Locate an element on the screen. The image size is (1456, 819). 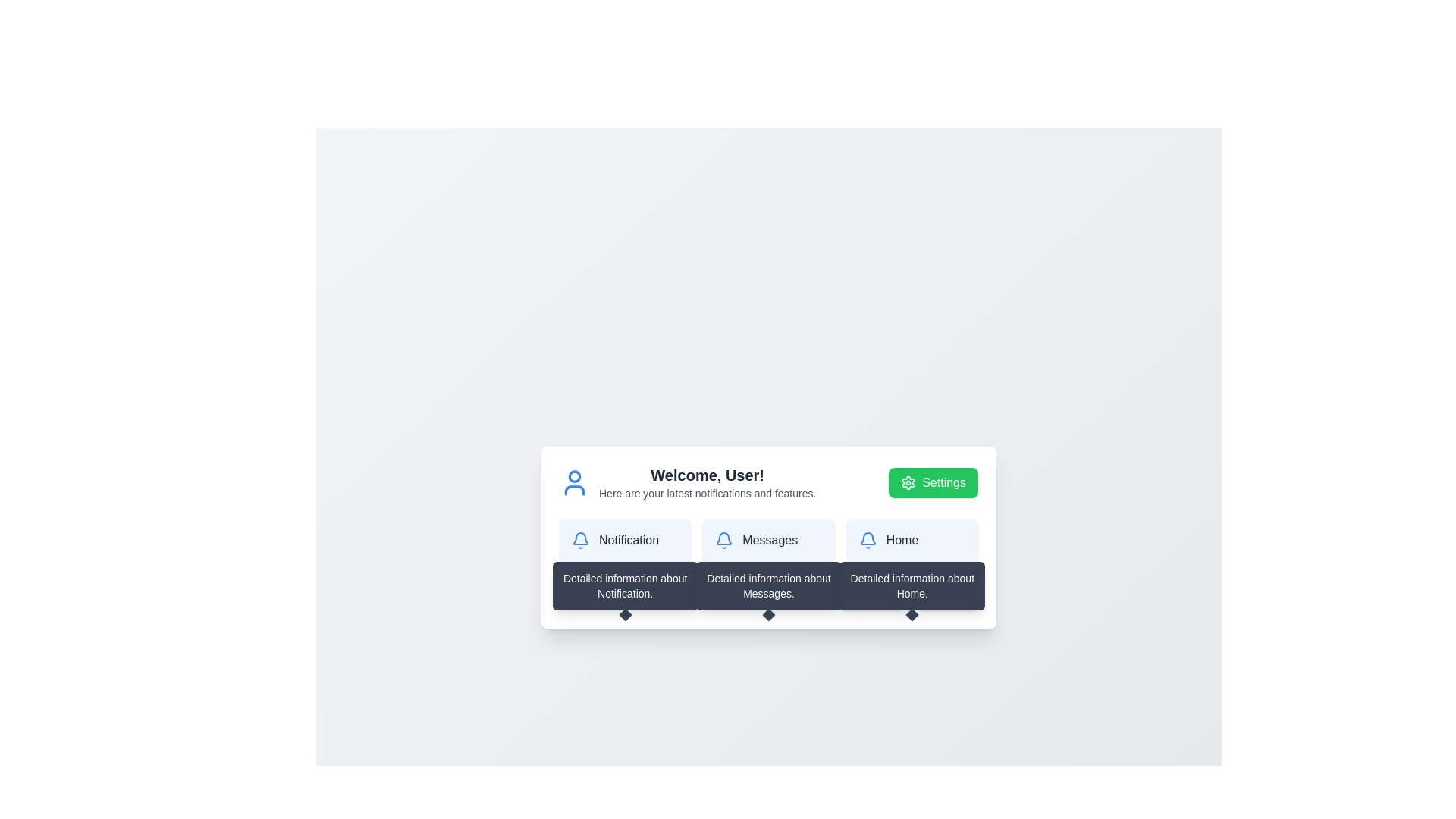
the Tooltip providing additional information about the 'Notification' button by hovering over it to read the text content is located at coordinates (625, 585).